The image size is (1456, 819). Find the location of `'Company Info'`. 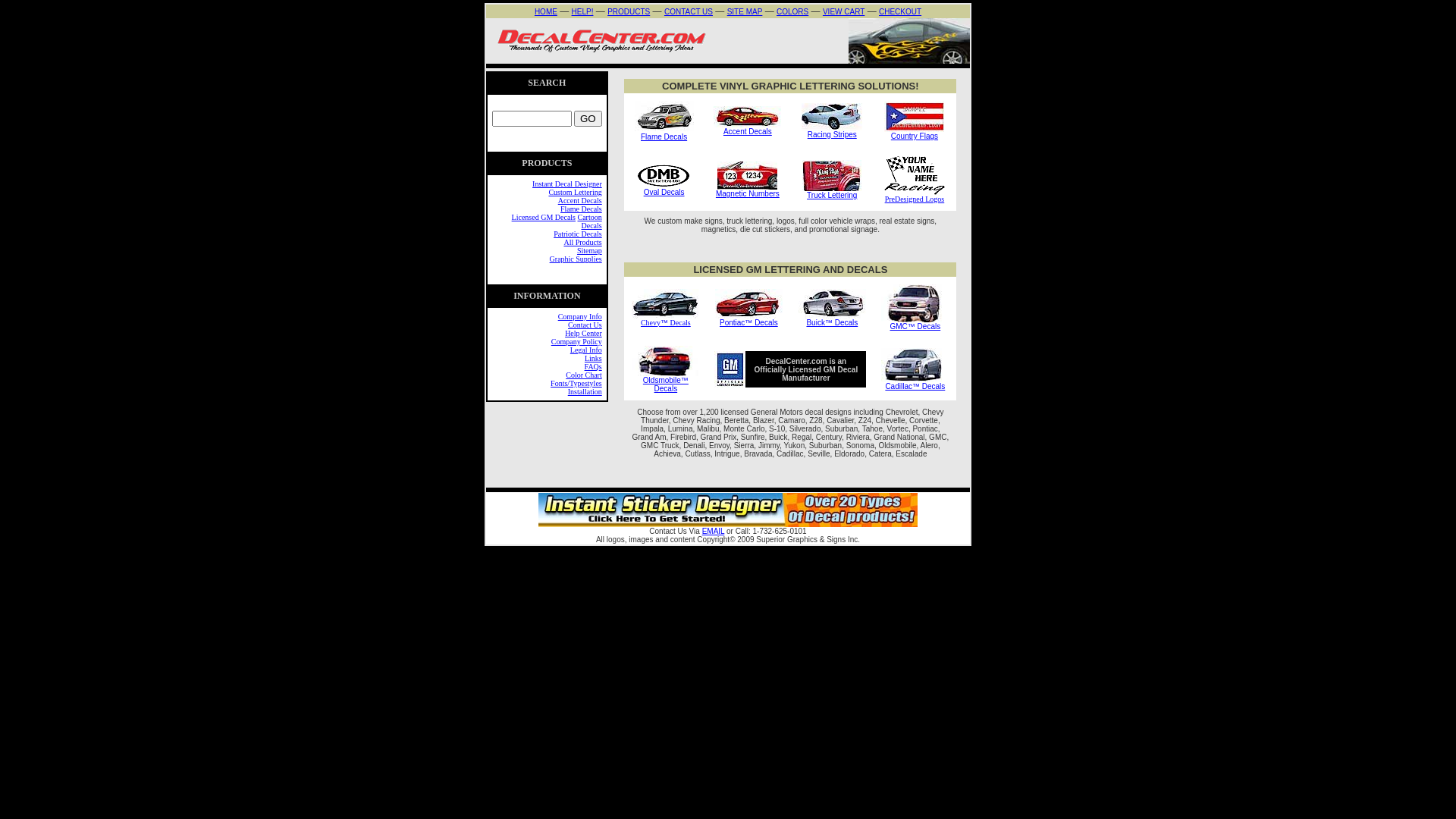

'Company Info' is located at coordinates (579, 315).